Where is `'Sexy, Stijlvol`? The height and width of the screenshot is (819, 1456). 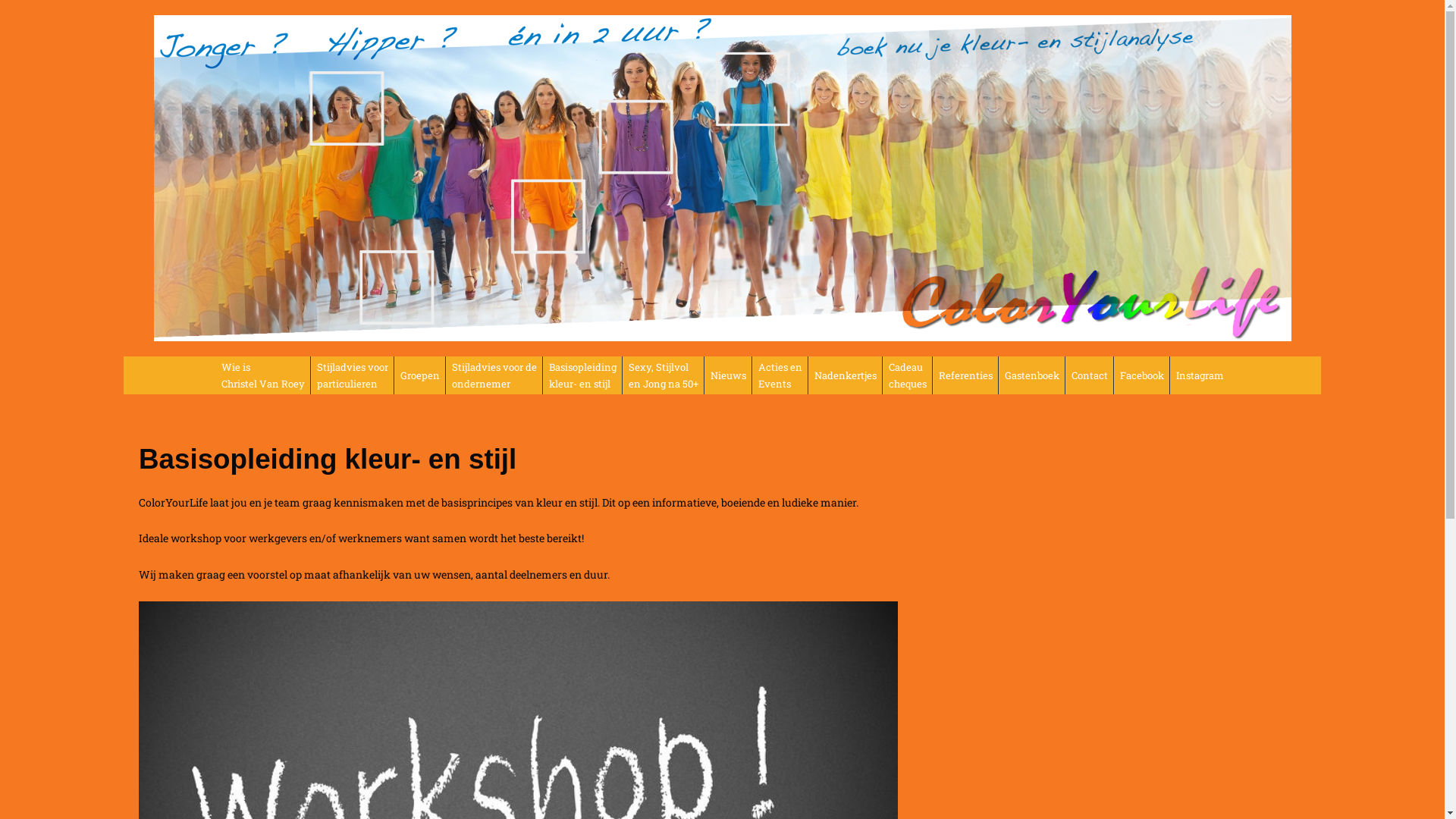
'Sexy, Stijlvol is located at coordinates (663, 375).